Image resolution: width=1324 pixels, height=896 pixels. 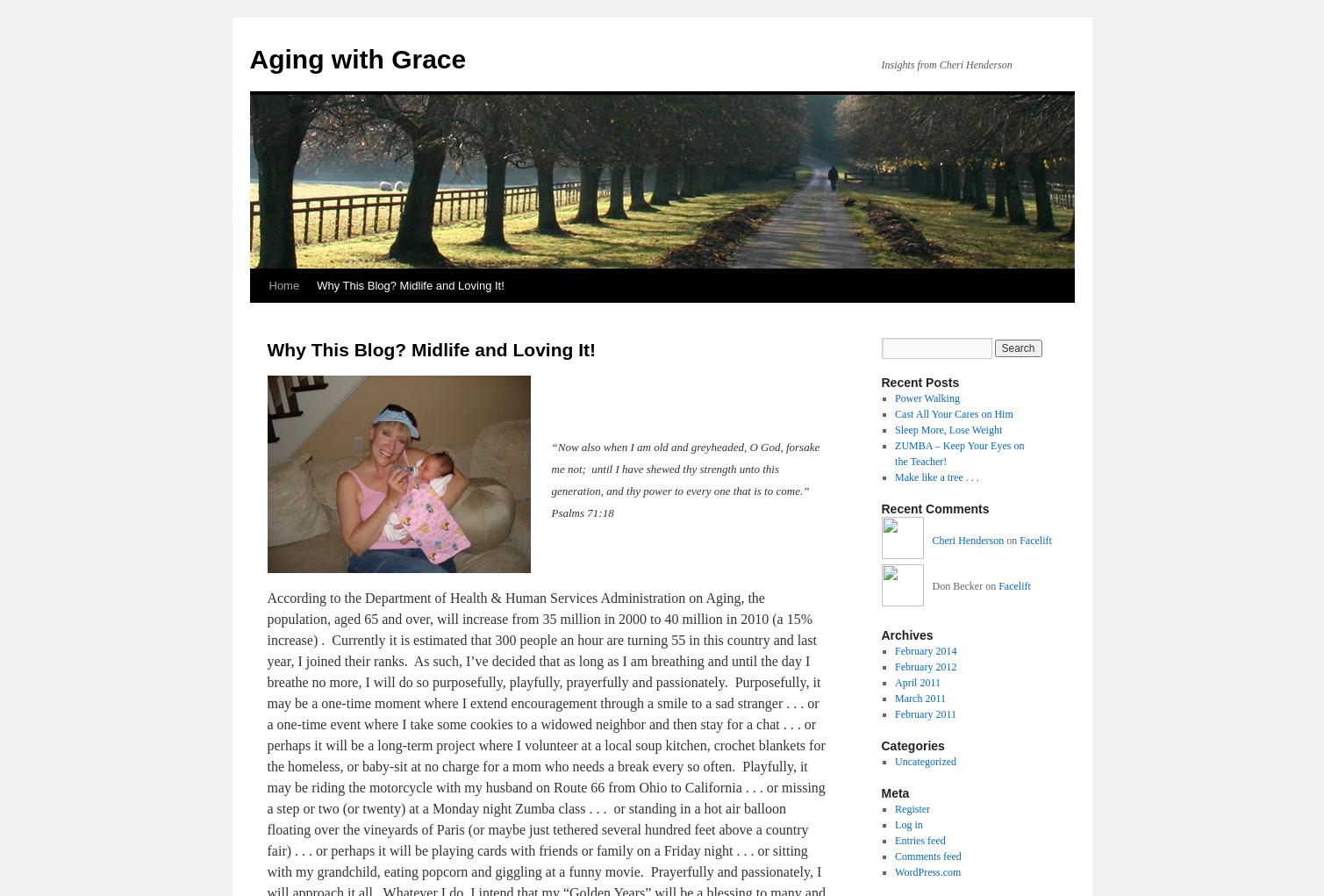 What do you see at coordinates (582, 512) in the screenshot?
I see `'Psalms 71:18'` at bounding box center [582, 512].